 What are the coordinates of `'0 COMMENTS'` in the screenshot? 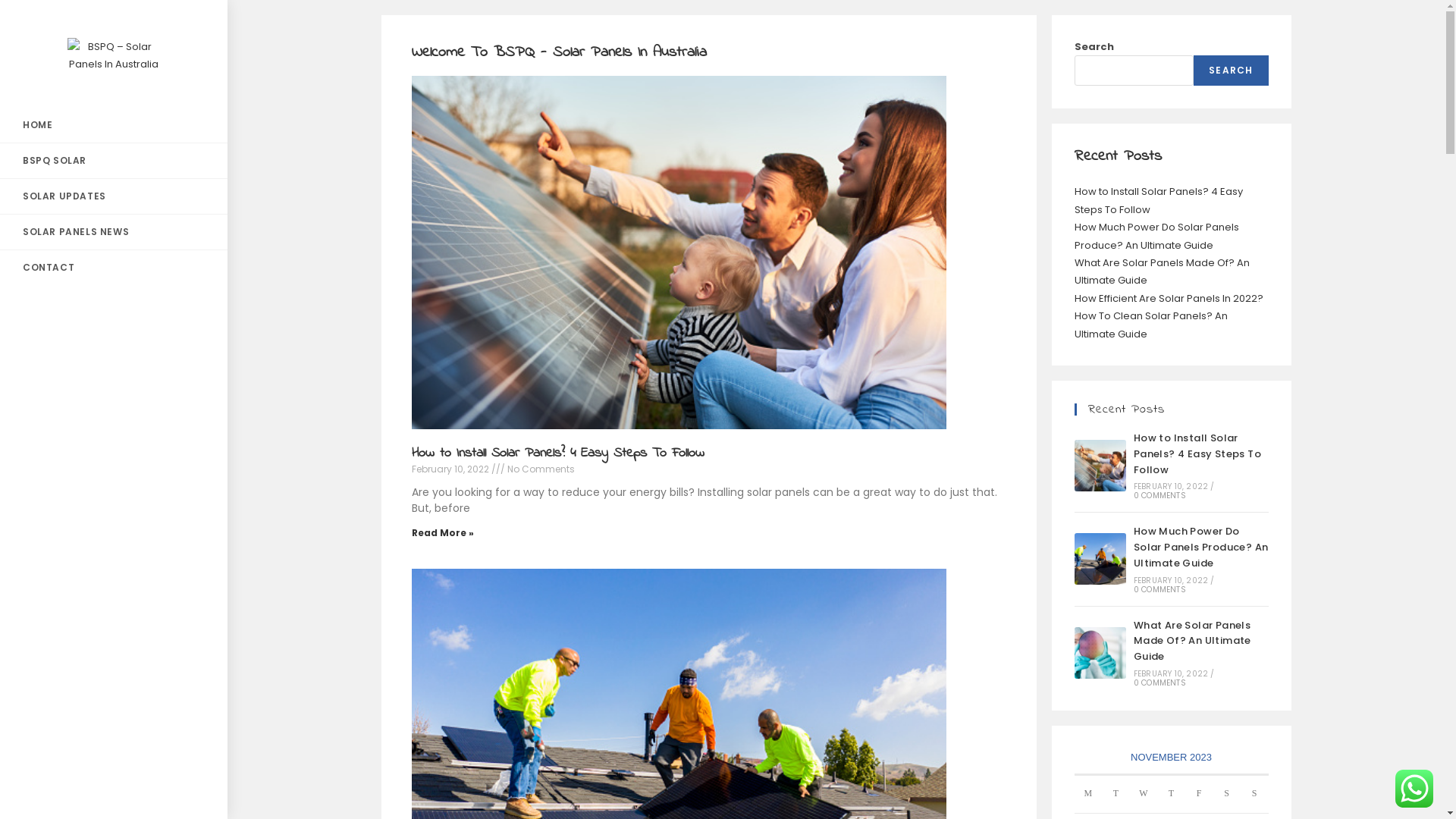 It's located at (1159, 588).